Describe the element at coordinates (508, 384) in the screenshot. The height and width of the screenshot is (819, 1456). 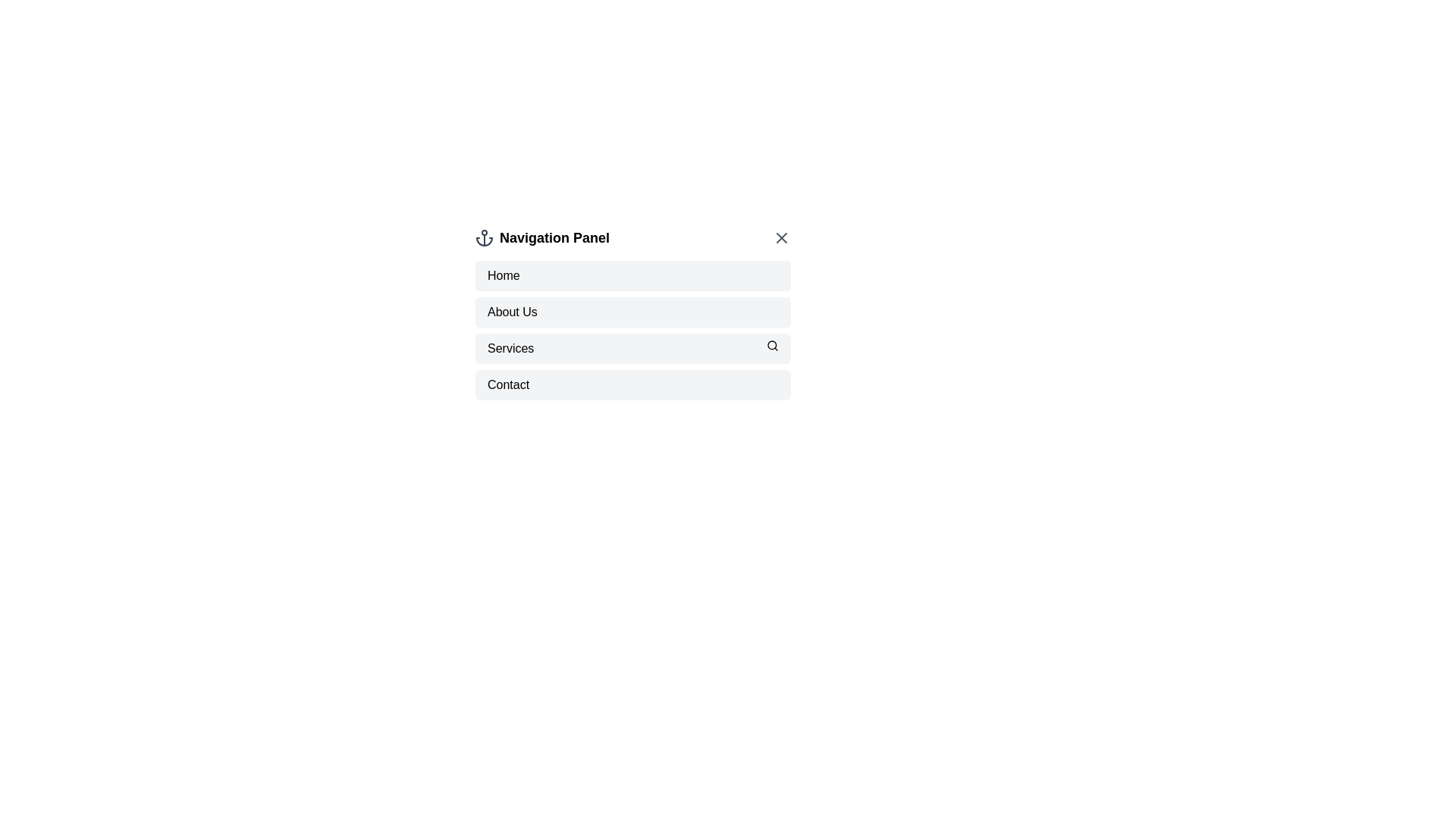
I see `the text label that displays 'Contact' within the fourth button of the vertical navigation menu panel` at that location.